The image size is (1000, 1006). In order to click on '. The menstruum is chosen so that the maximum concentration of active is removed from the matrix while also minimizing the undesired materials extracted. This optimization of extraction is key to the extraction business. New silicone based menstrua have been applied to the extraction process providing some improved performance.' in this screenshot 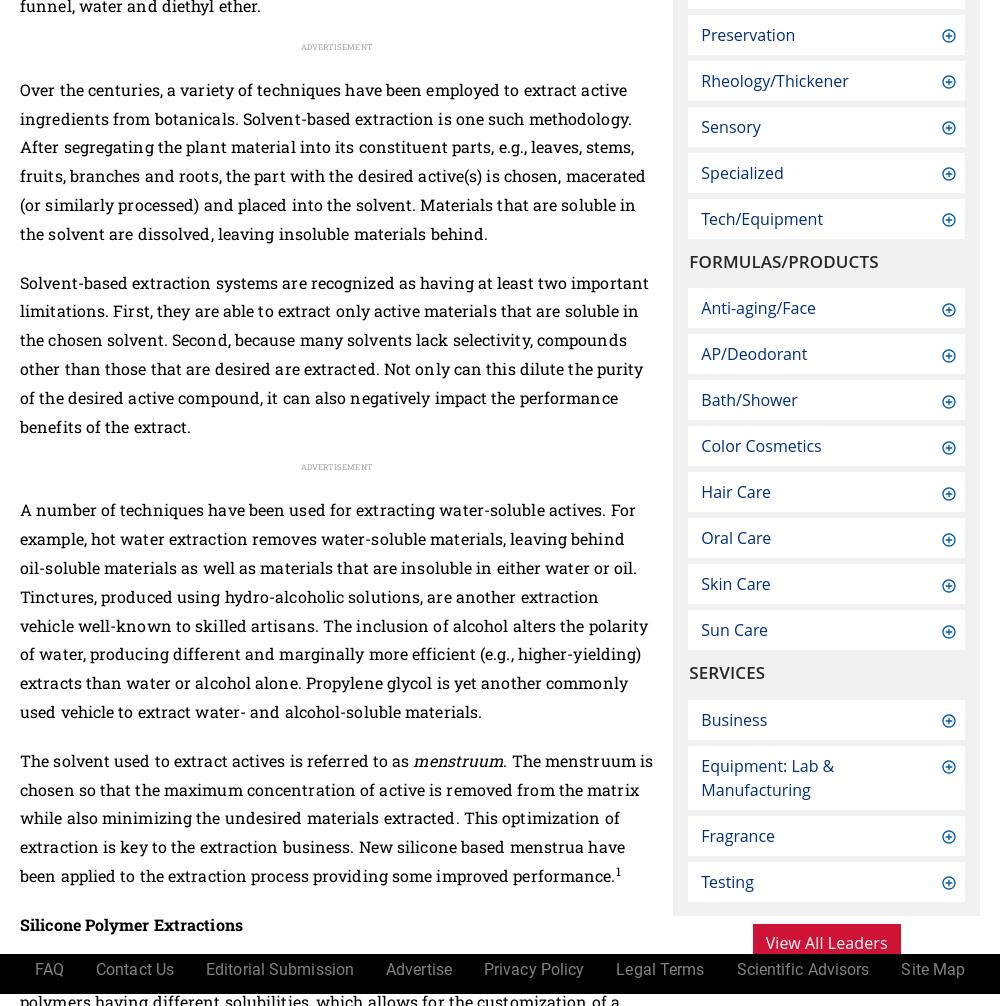, I will do `click(335, 815)`.